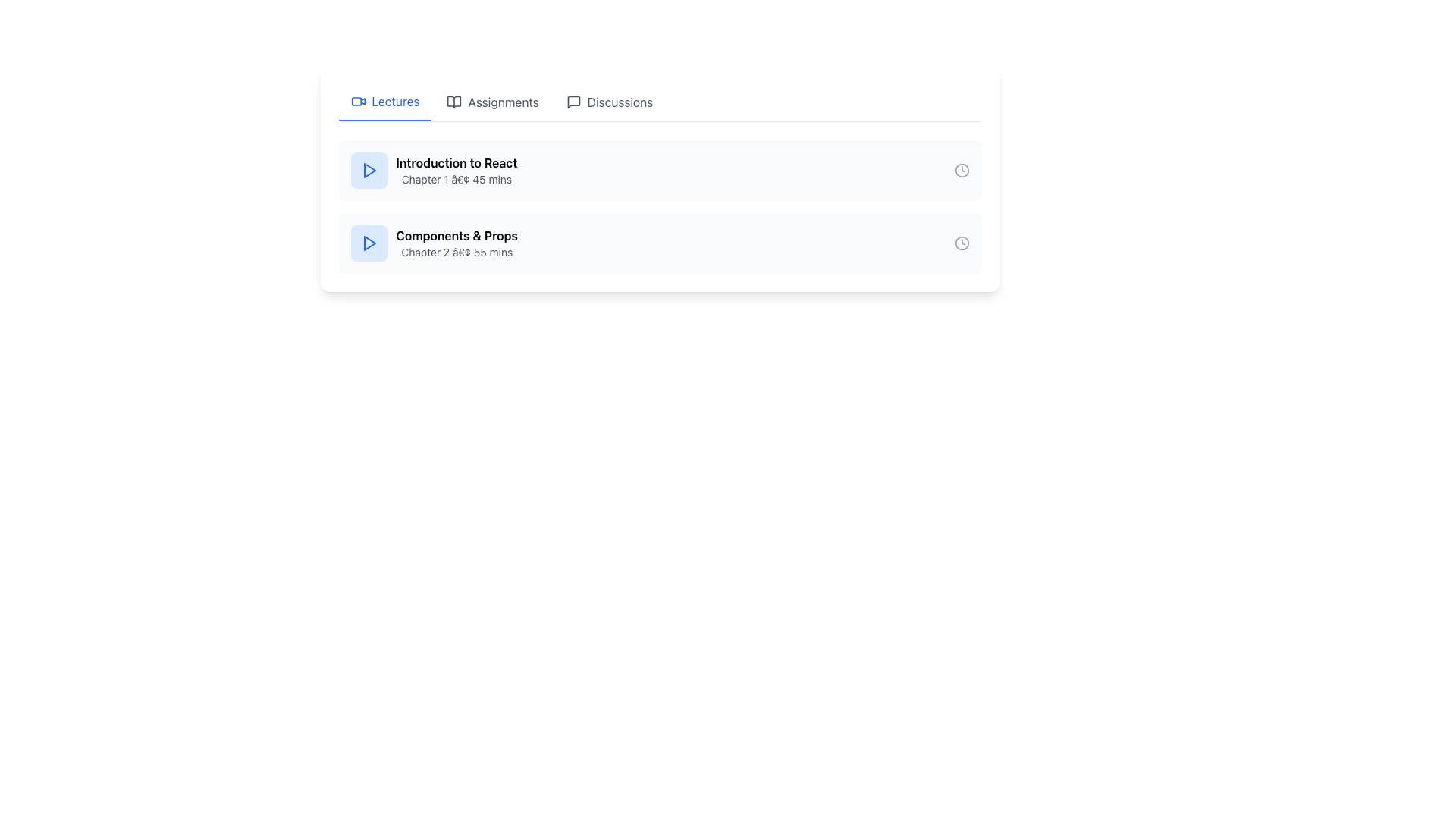  I want to click on the text label indicating 'Chapter 2' with a duration of '55 mins' located beneath 'Components & Props', so click(456, 251).